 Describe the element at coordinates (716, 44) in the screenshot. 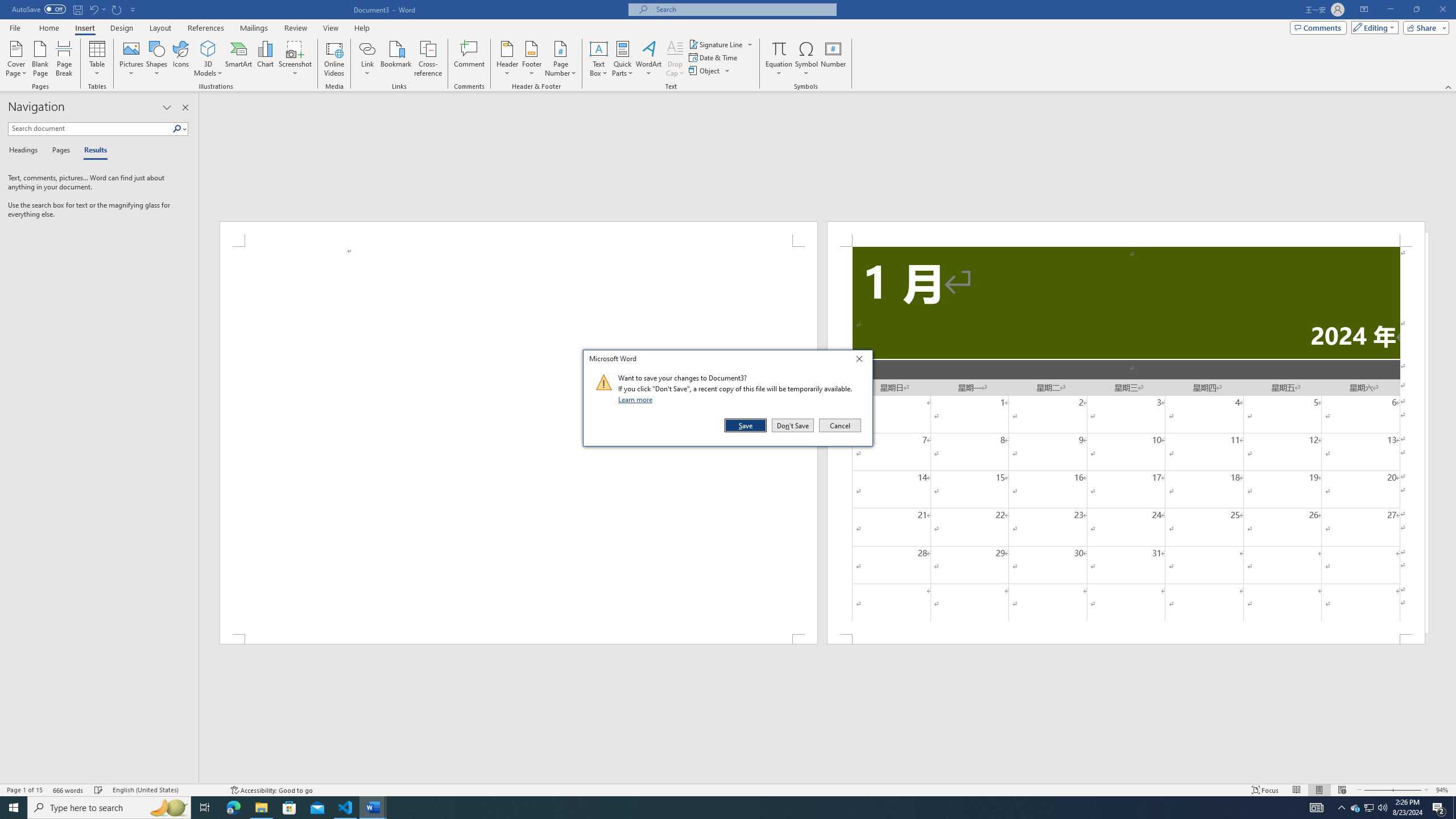

I see `'Signature Line'` at that location.